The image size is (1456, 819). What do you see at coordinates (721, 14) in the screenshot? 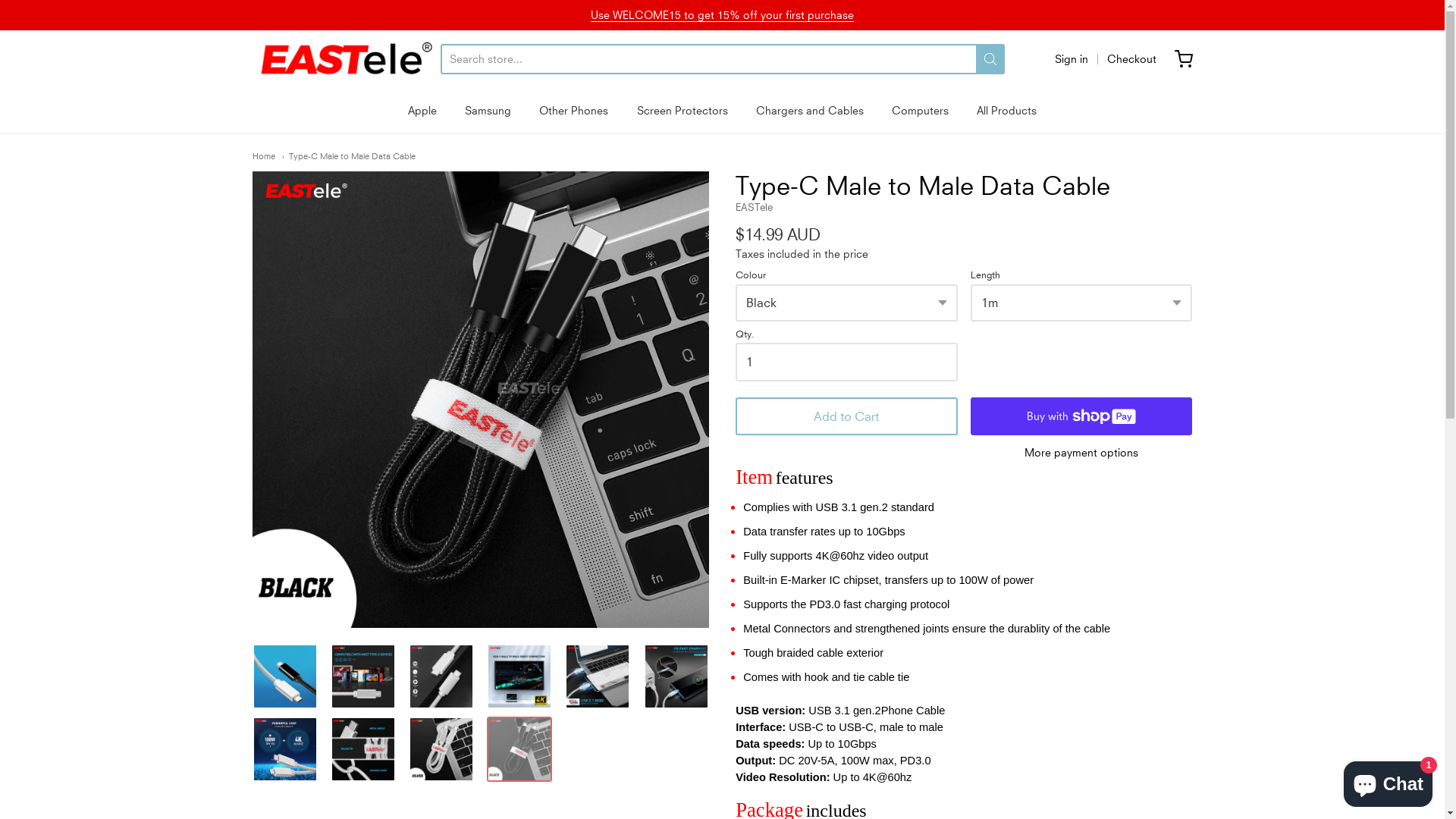
I see `'Use WELCOME15 to get 15% off your first purchase'` at bounding box center [721, 14].